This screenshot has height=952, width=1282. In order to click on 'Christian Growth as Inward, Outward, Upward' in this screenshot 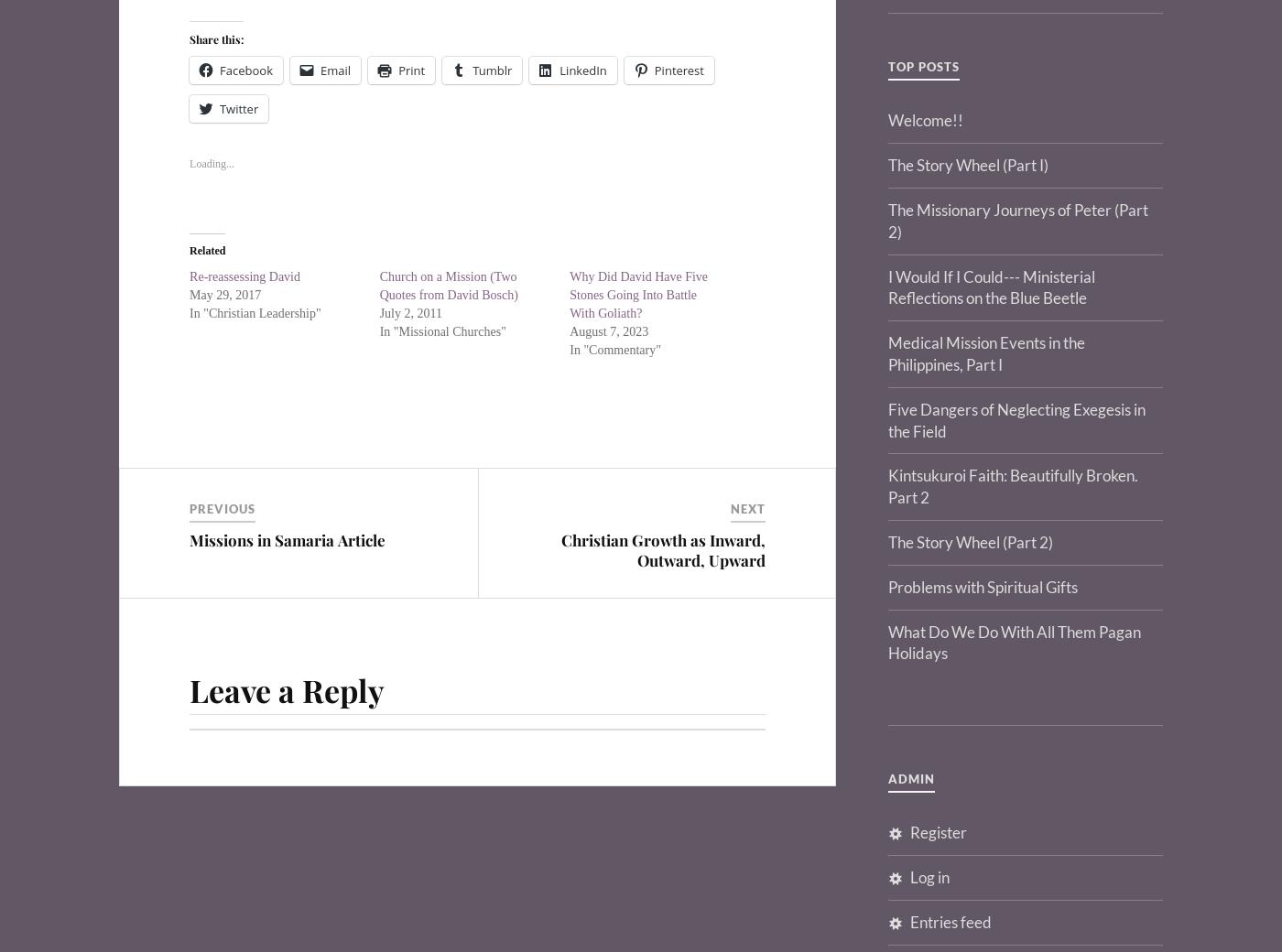, I will do `click(663, 547)`.